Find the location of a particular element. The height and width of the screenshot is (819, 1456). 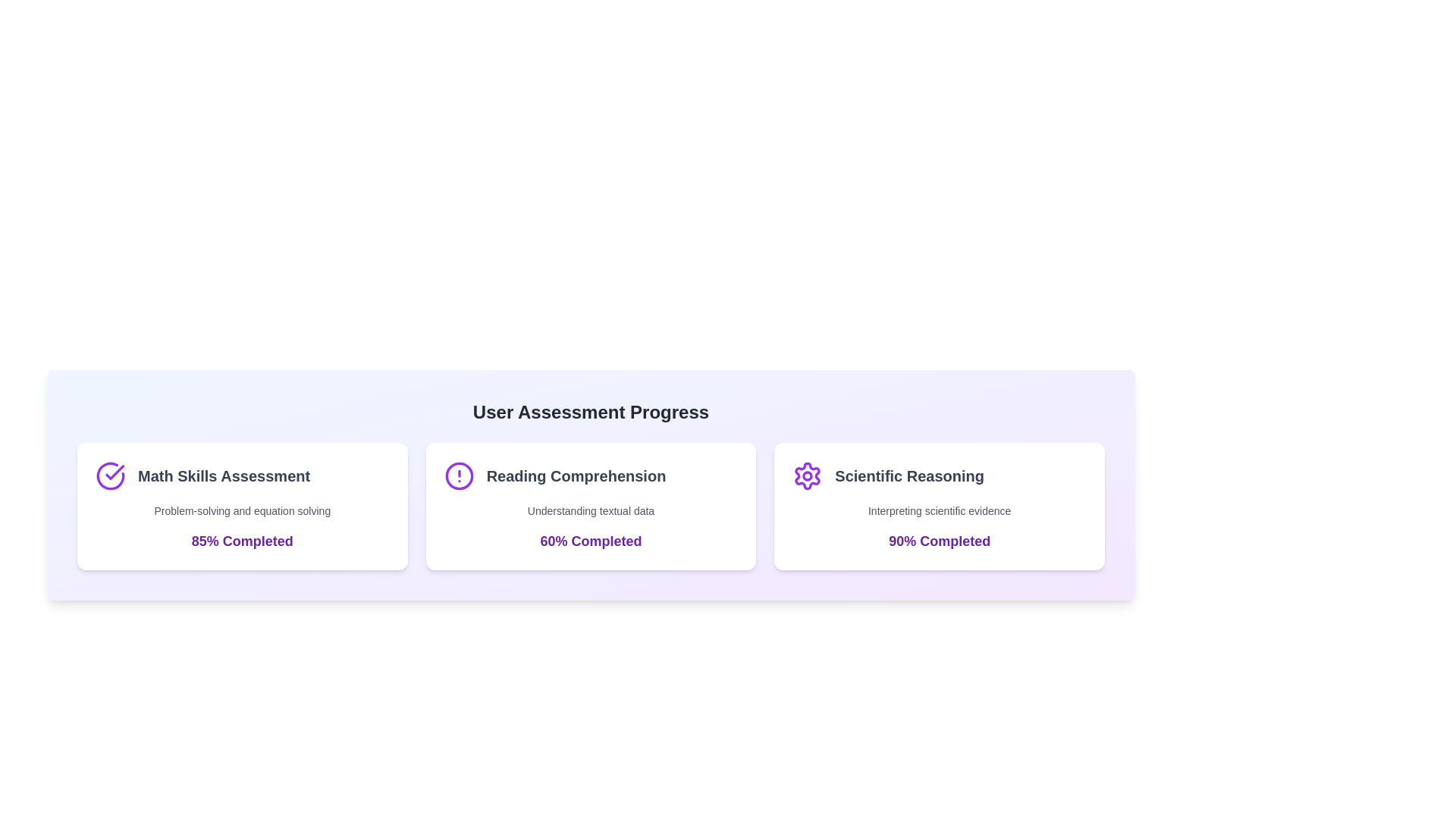

the text label displaying '60% Completed' that is styled in bold purple font, located at the bottom center of the 'Reading Comprehension' card, below 'Understanding textual data' is located at coordinates (590, 540).